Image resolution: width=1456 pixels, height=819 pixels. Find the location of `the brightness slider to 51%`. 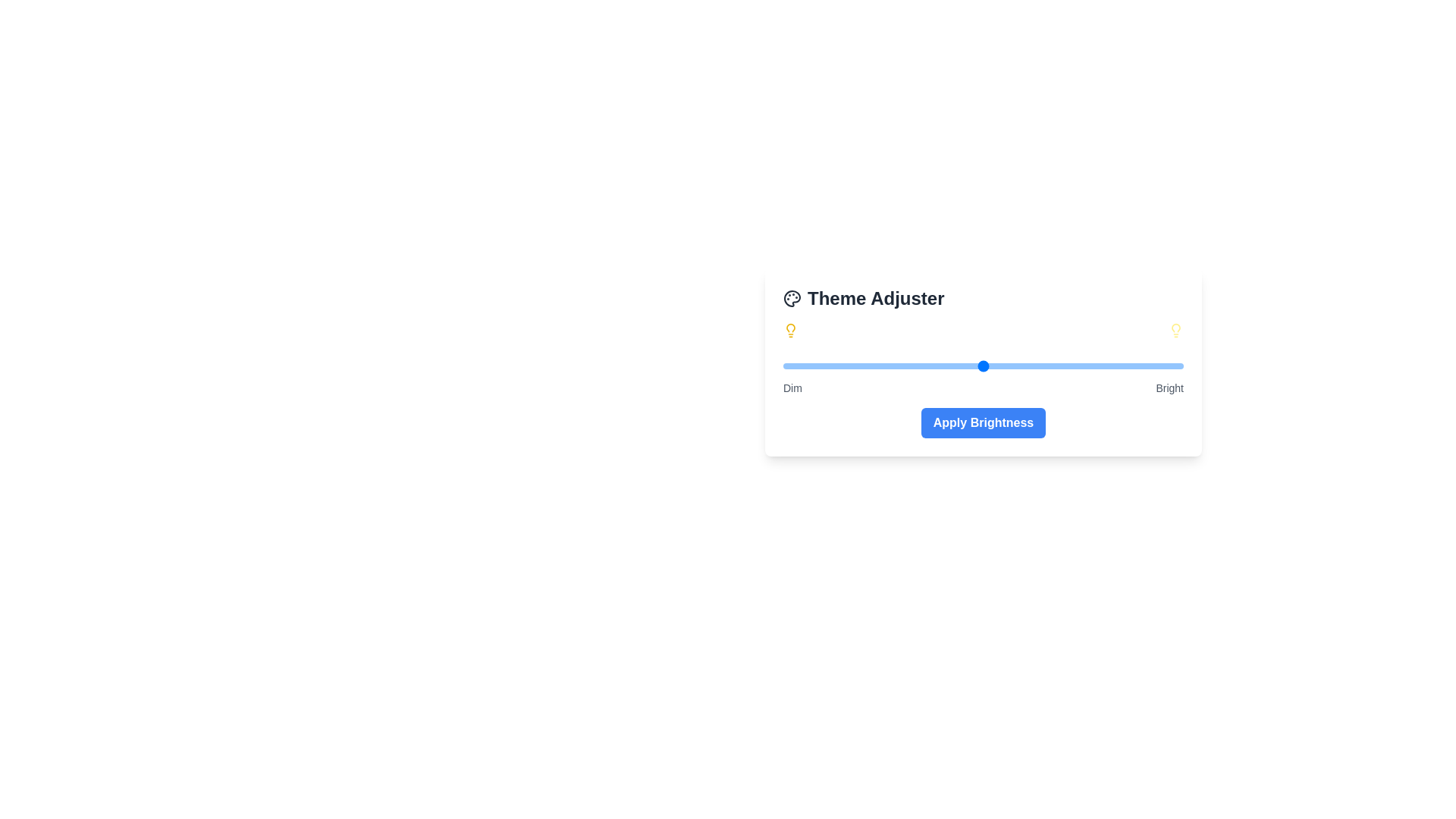

the brightness slider to 51% is located at coordinates (987, 366).